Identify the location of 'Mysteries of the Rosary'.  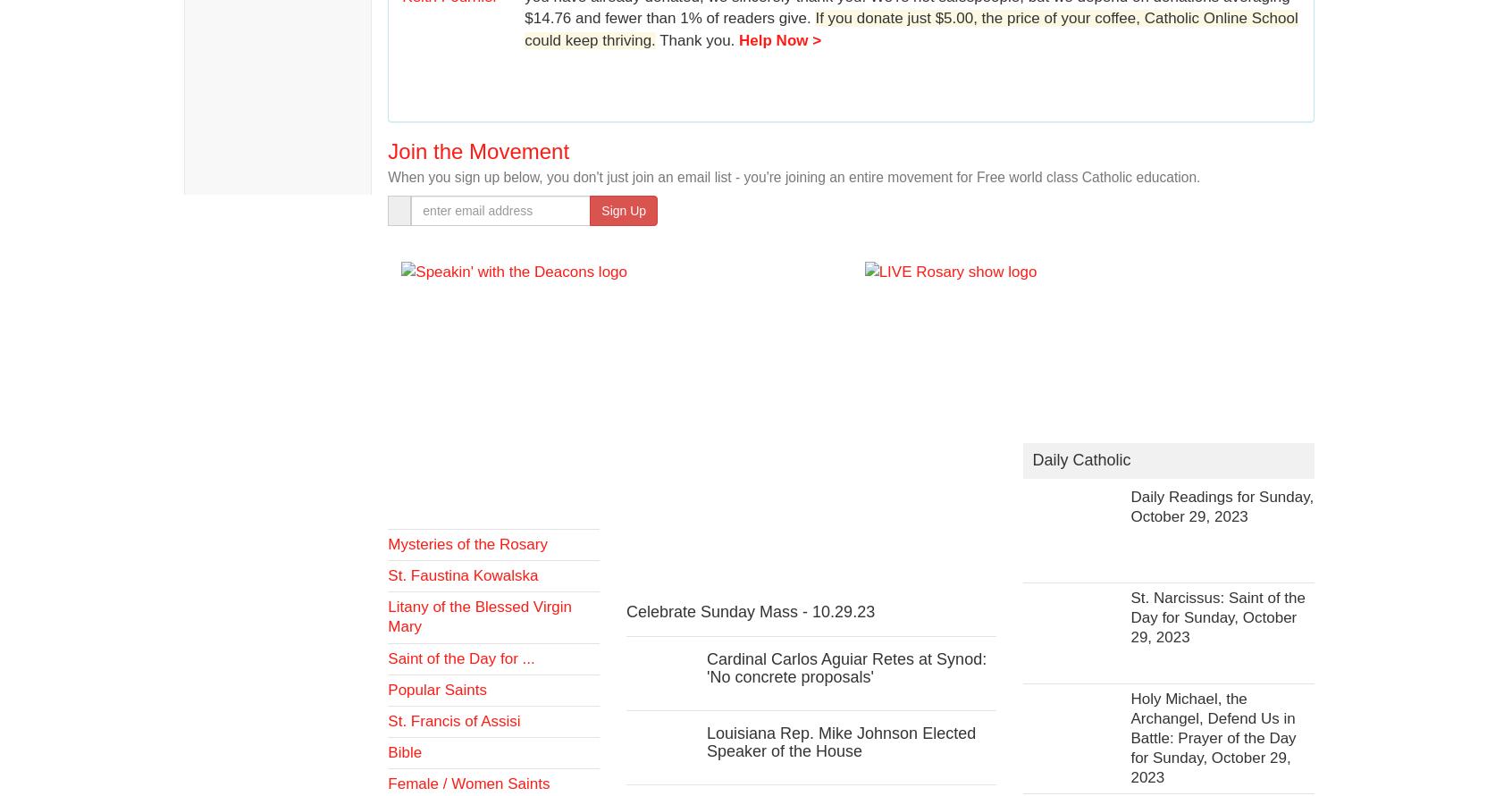
(466, 544).